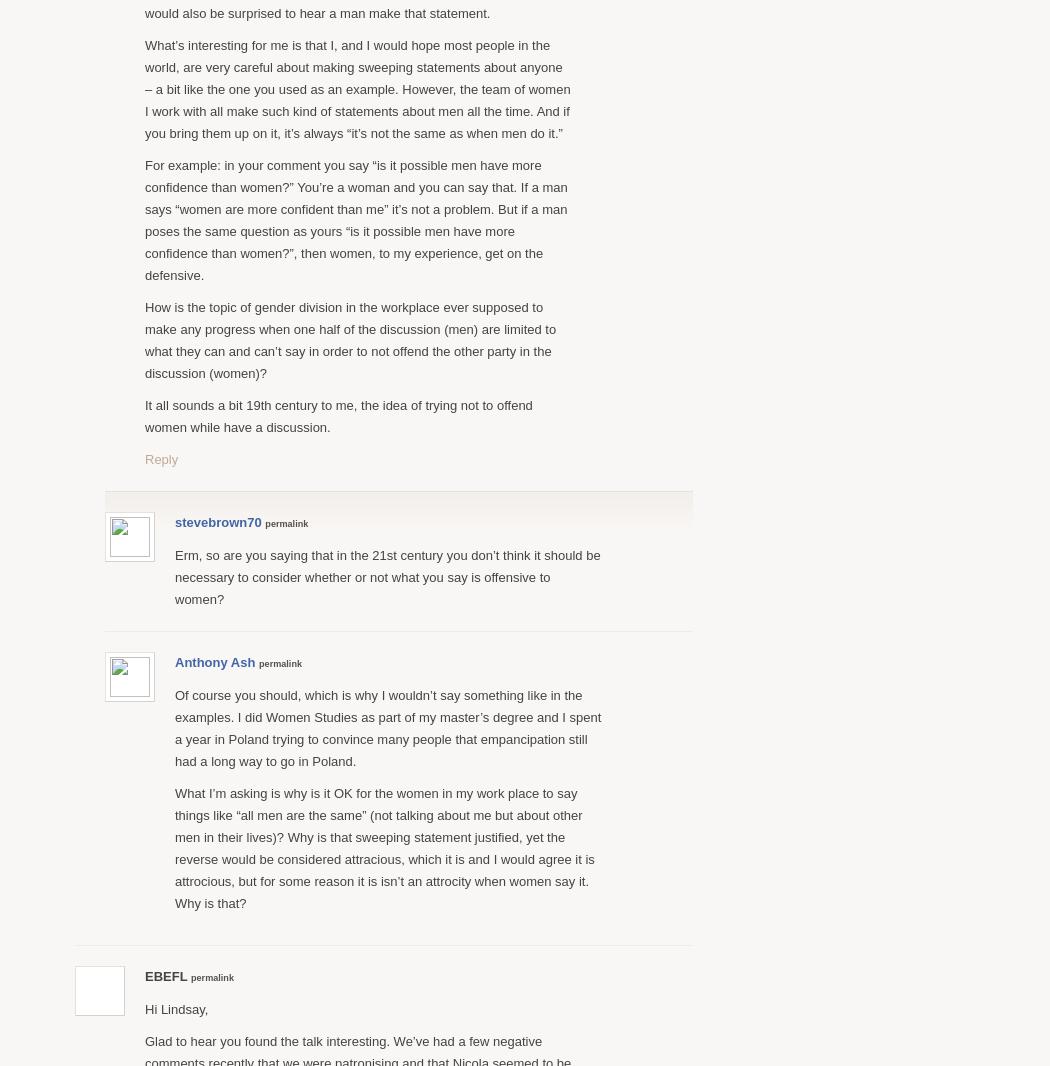 This screenshot has width=1050, height=1066. I want to click on 'What I’m asking is why is it OK for the women in my work place to say things like “all men are the same” (not talking about me but about other men in their lives)? Why is that sweeping statement justified, yet the reverse would be considered attracious, which it is and I would agree it is attrocious, but for some reason it is isn’t an attrocity when women say it. Why is that?', so click(384, 847).